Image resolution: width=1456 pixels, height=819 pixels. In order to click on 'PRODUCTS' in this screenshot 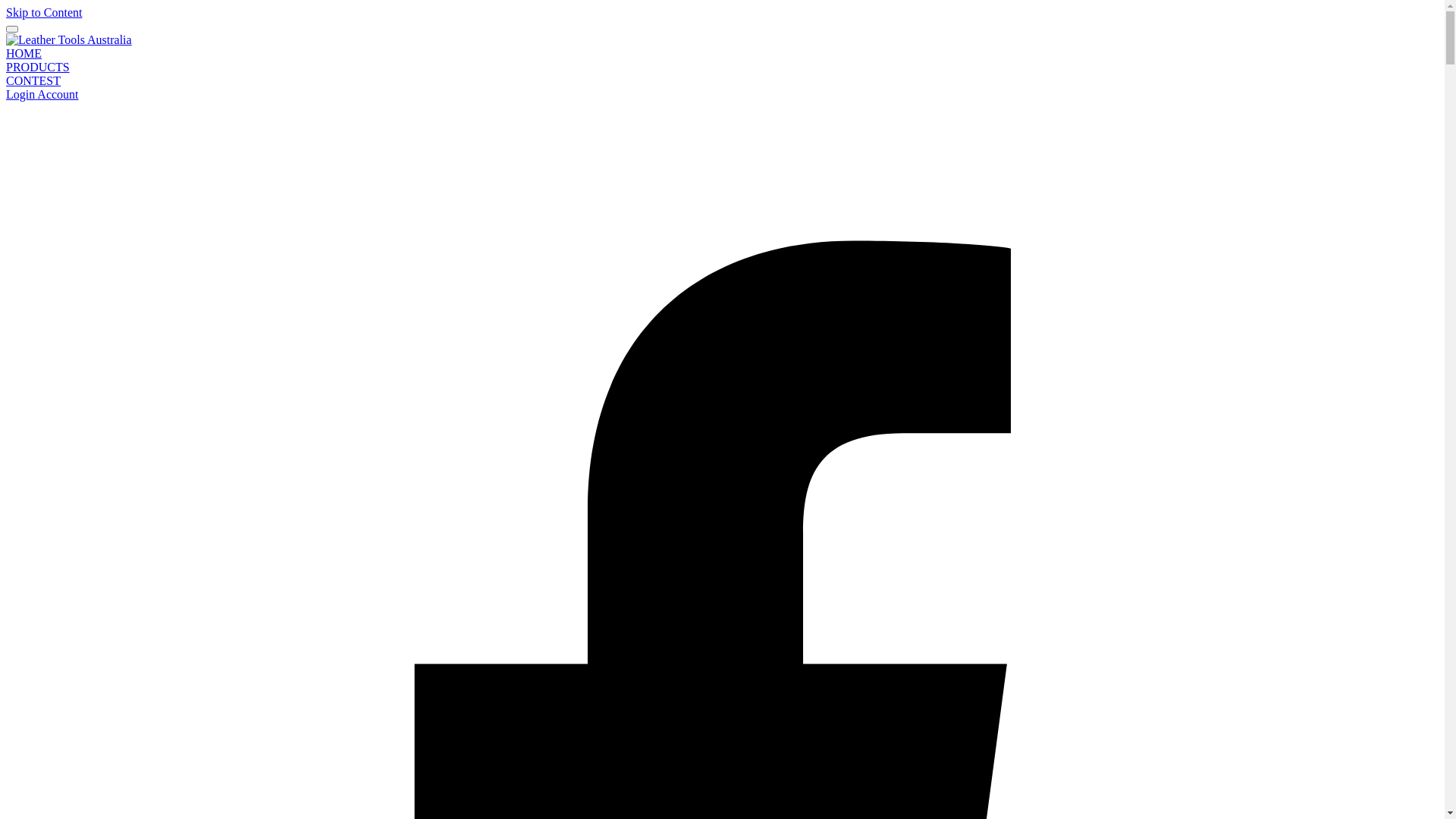, I will do `click(37, 66)`.